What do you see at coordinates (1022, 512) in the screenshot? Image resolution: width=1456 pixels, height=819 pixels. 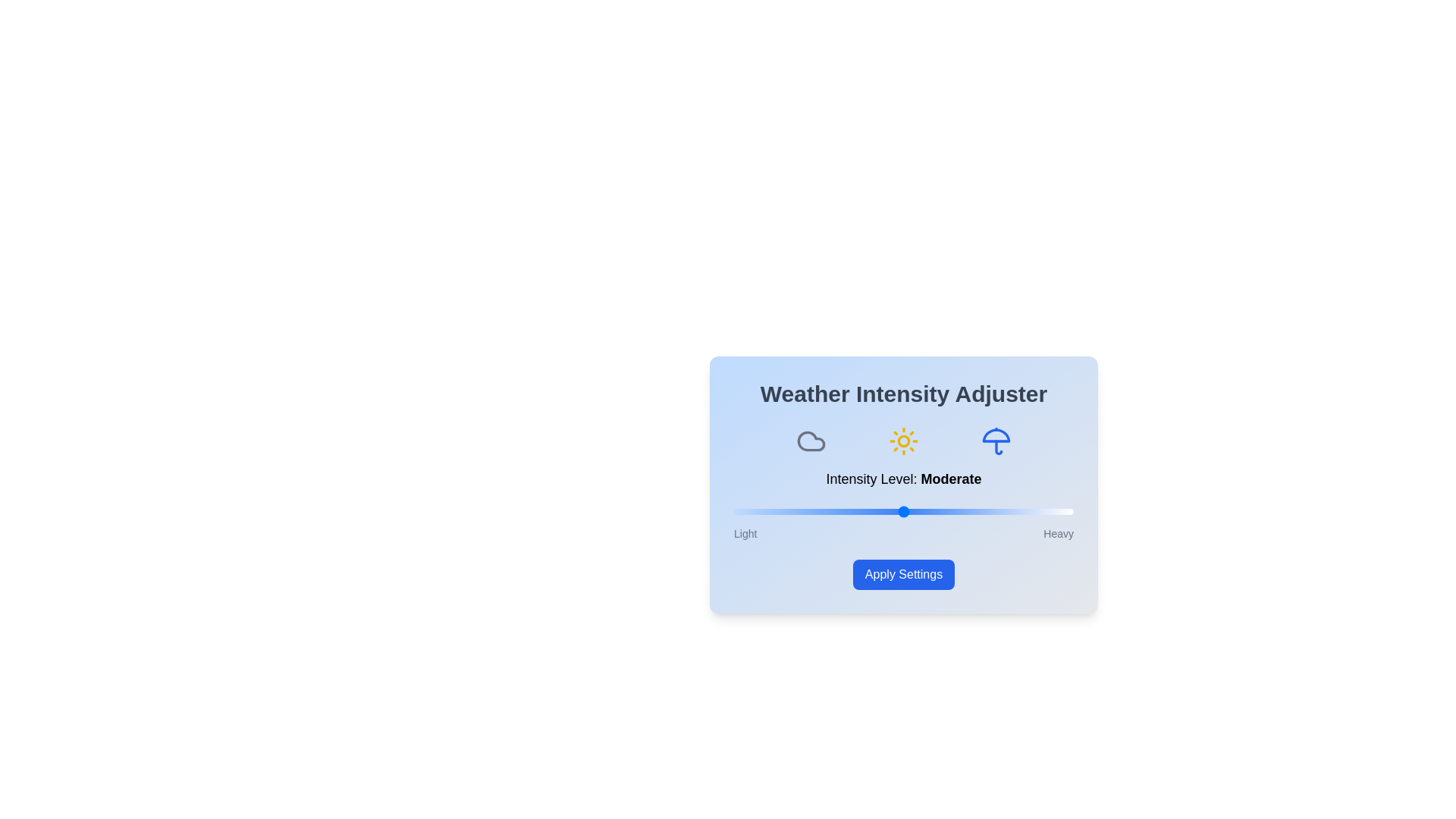 I see `the weather intensity slider to 85%` at bounding box center [1022, 512].